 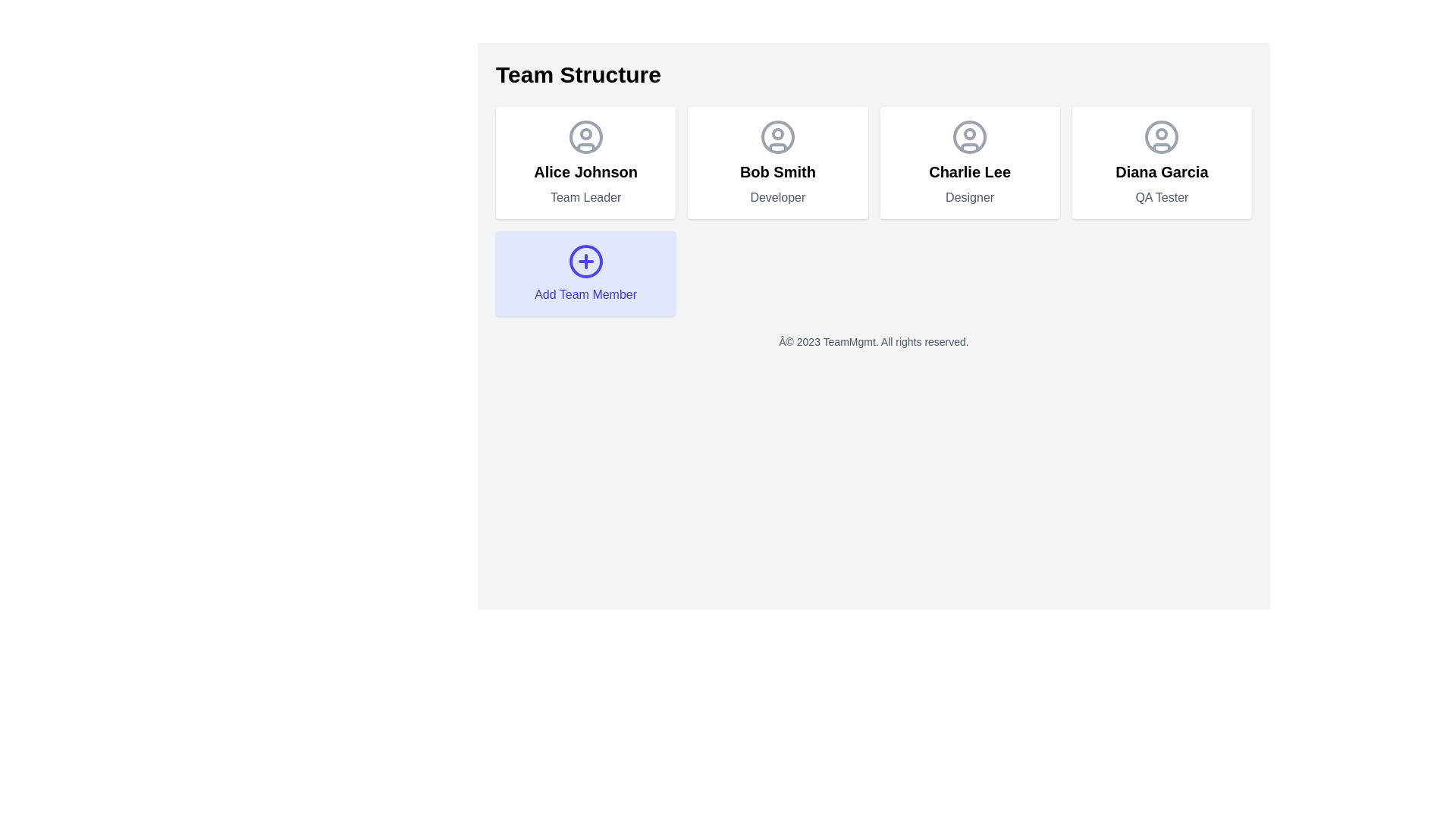 I want to click on the non-interactive text label that displays the job title or role of 'Alice Johnson', located at the bottom of her card layout, so click(x=585, y=197).